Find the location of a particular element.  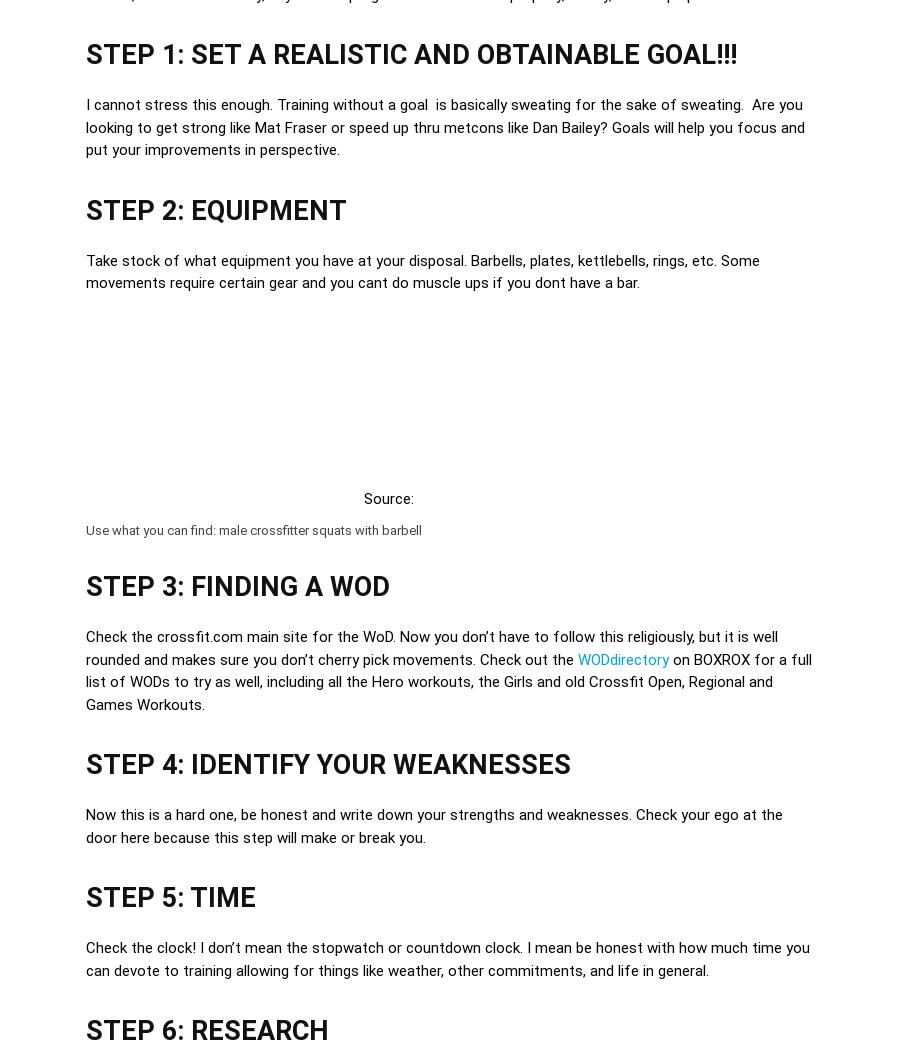

'Check the crossfit.com main site for the WoD. Now you don’t have to follow this religiously, but it is well rounded and makes sure you don’t cherry pick movements. Check out the' is located at coordinates (432, 647).